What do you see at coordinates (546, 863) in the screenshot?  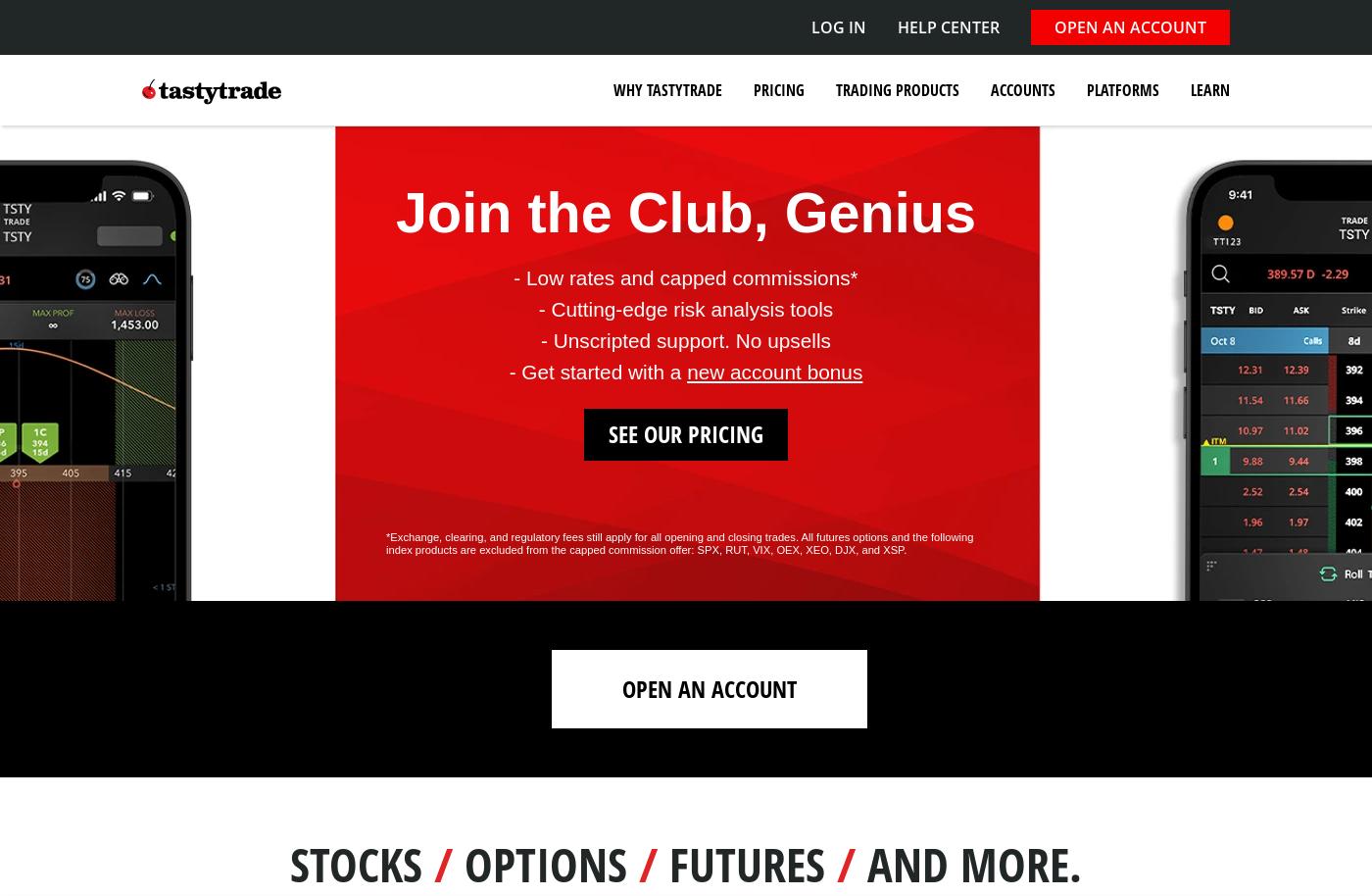 I see `'Options'` at bounding box center [546, 863].